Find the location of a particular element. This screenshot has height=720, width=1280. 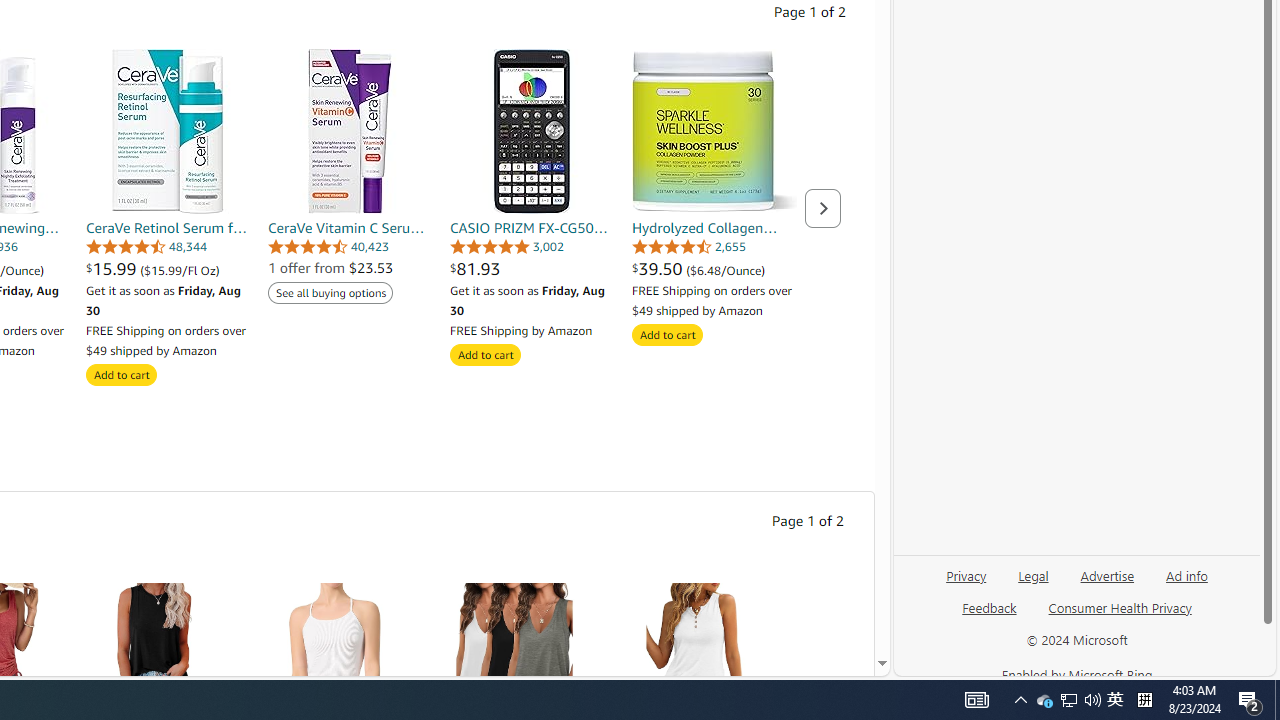

'$81.93' is located at coordinates (532, 267).